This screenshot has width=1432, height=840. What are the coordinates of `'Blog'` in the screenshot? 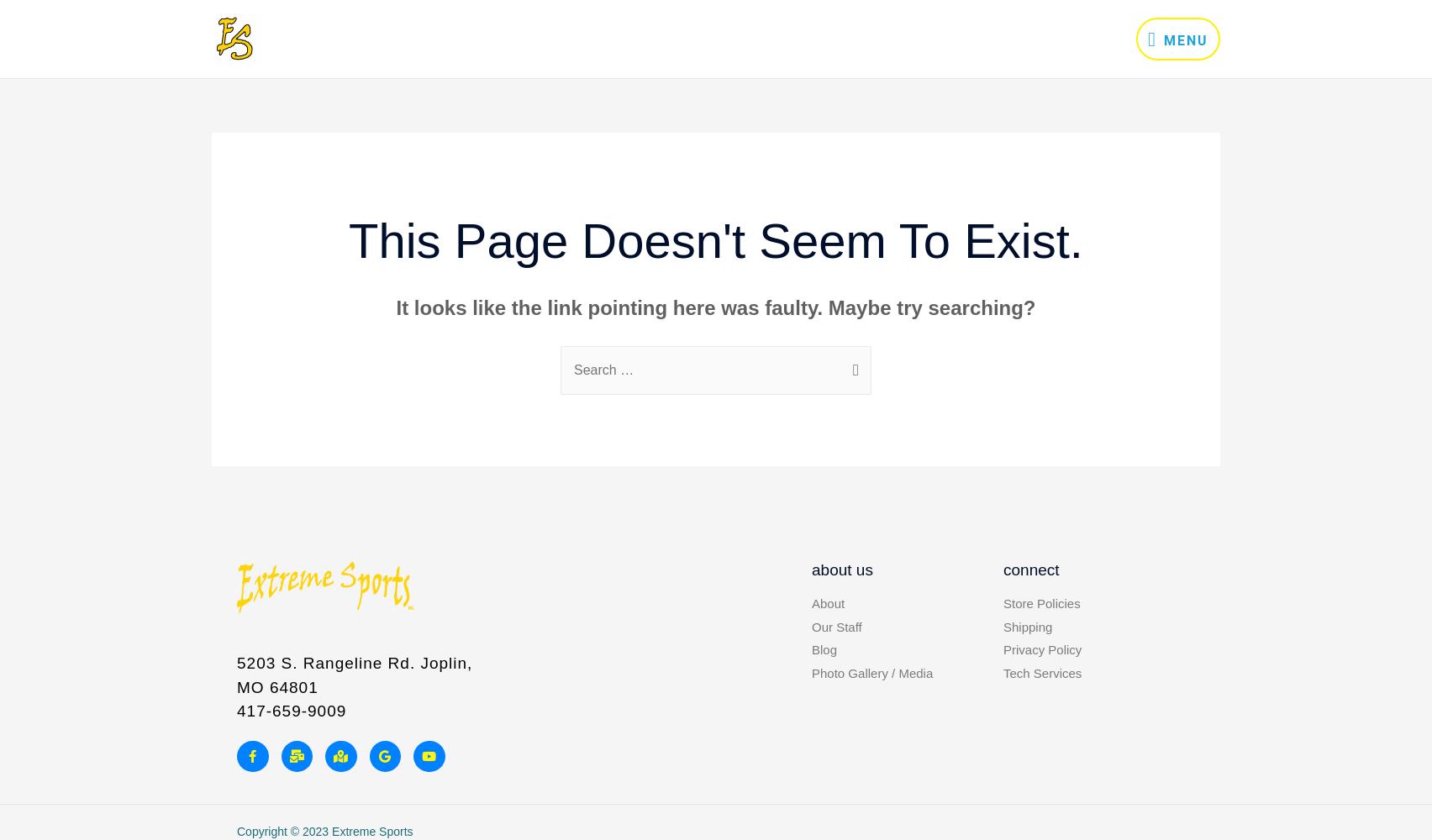 It's located at (811, 649).